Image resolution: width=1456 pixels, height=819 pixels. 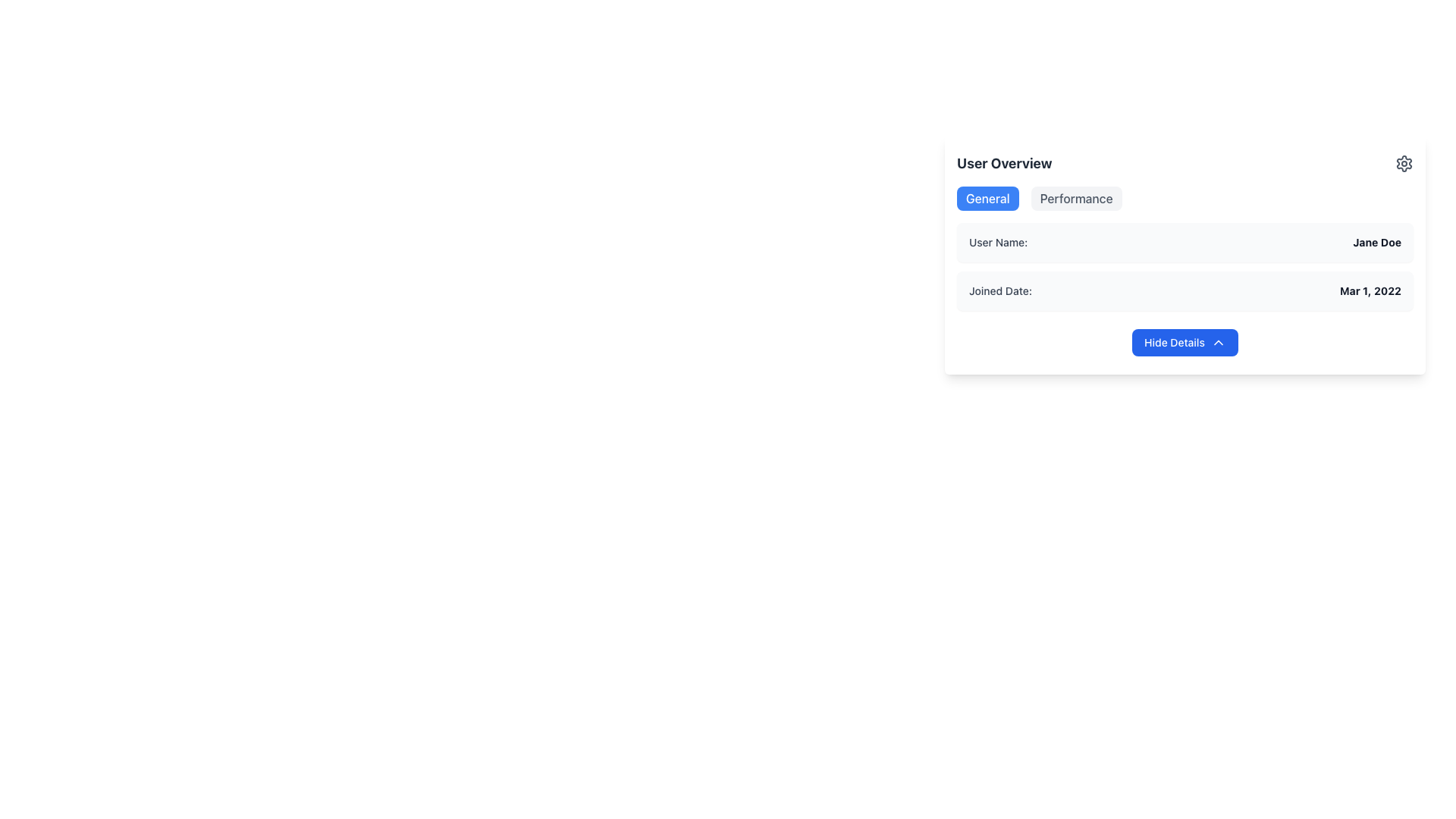 I want to click on the 'Performance' tab in the navigation bar located within the 'User Overview' section, so click(x=1185, y=198).